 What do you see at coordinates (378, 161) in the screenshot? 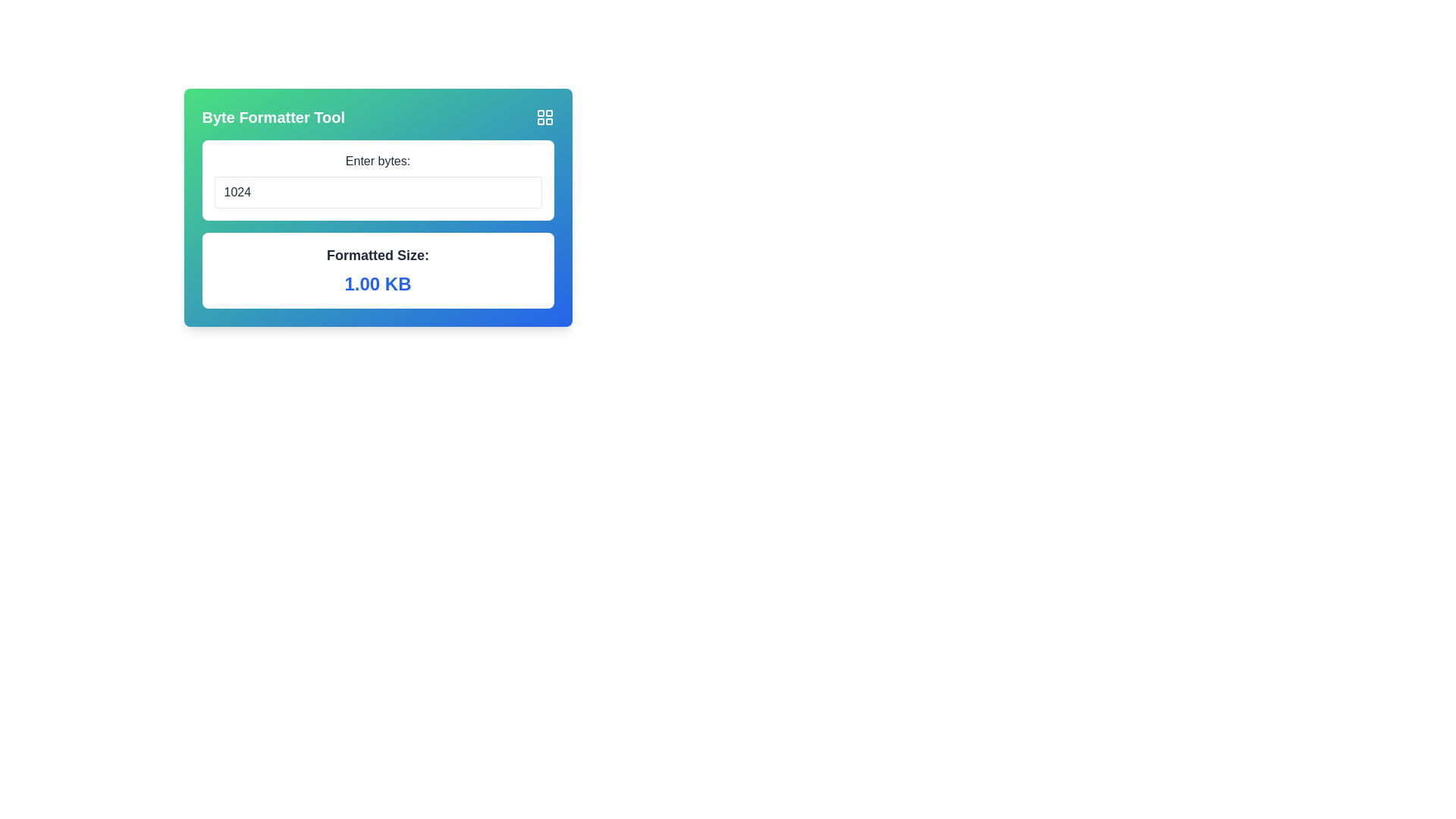
I see `the Text Label that guides the user to input a numeric byte size, located above the corresponding input field` at bounding box center [378, 161].